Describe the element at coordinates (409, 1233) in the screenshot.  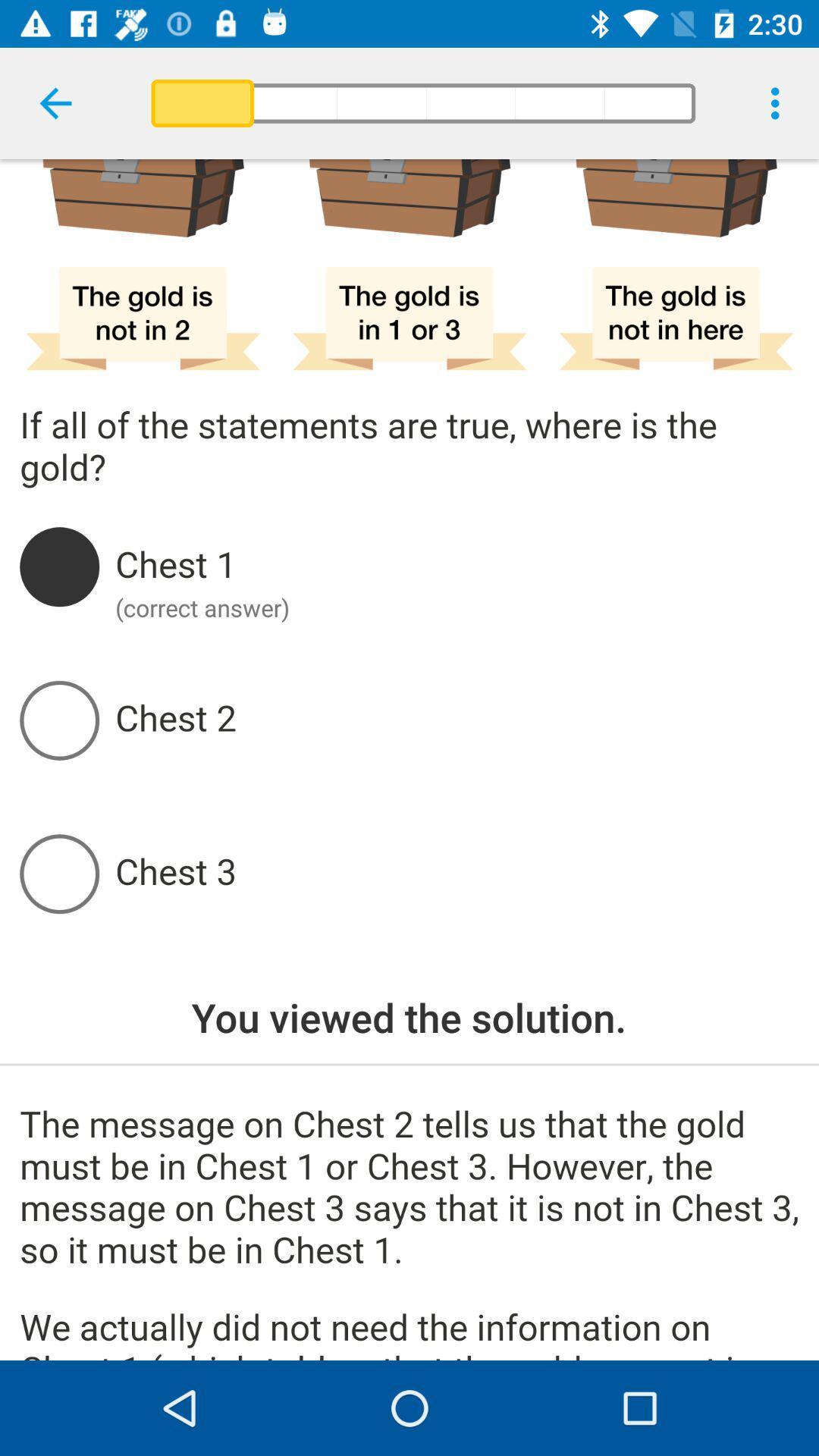
I see `the message` at that location.